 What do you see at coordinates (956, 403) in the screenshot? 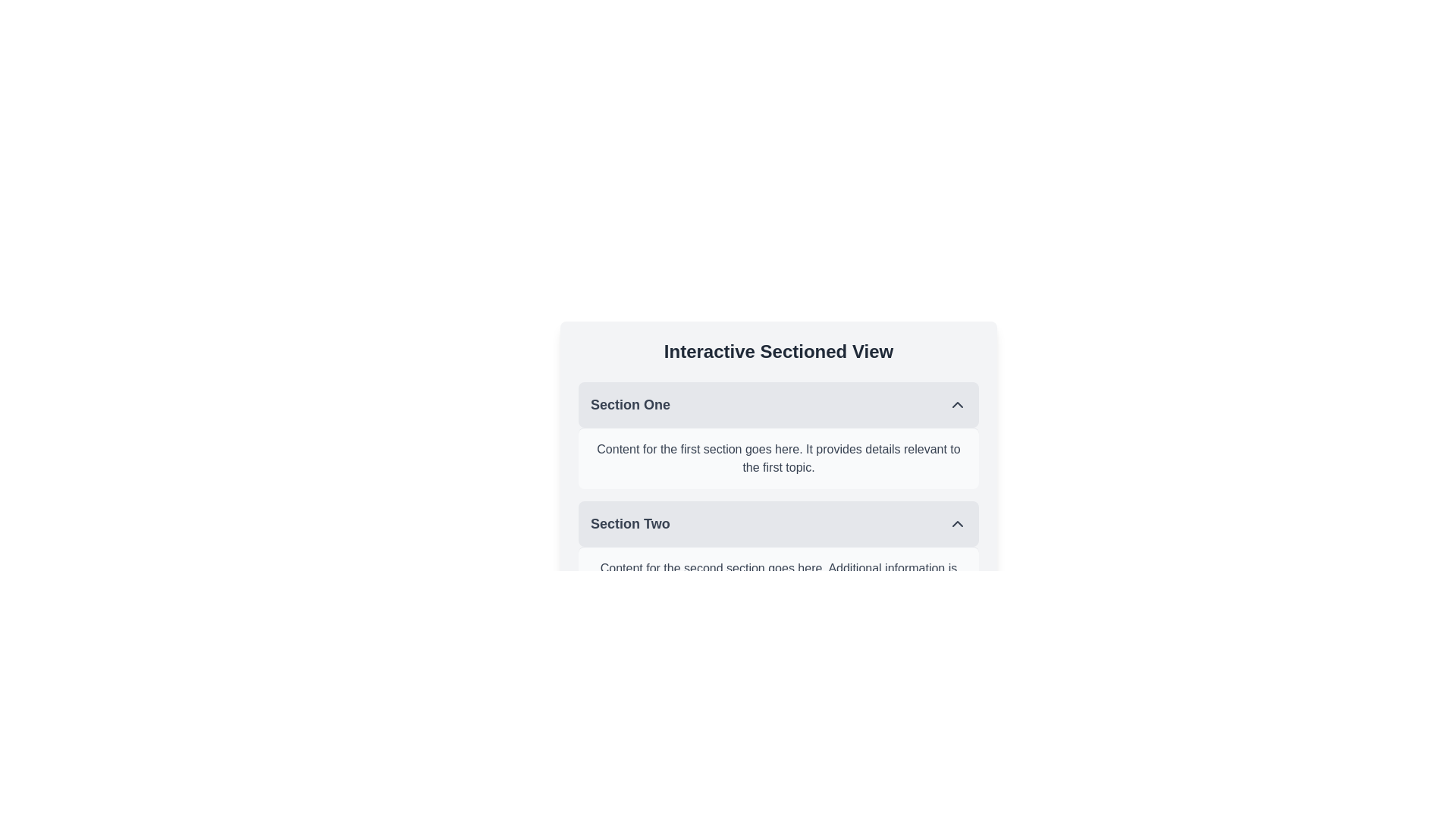
I see `the upward-pointing chevron icon located to the far right of the header labeled 'Section One'` at bounding box center [956, 403].